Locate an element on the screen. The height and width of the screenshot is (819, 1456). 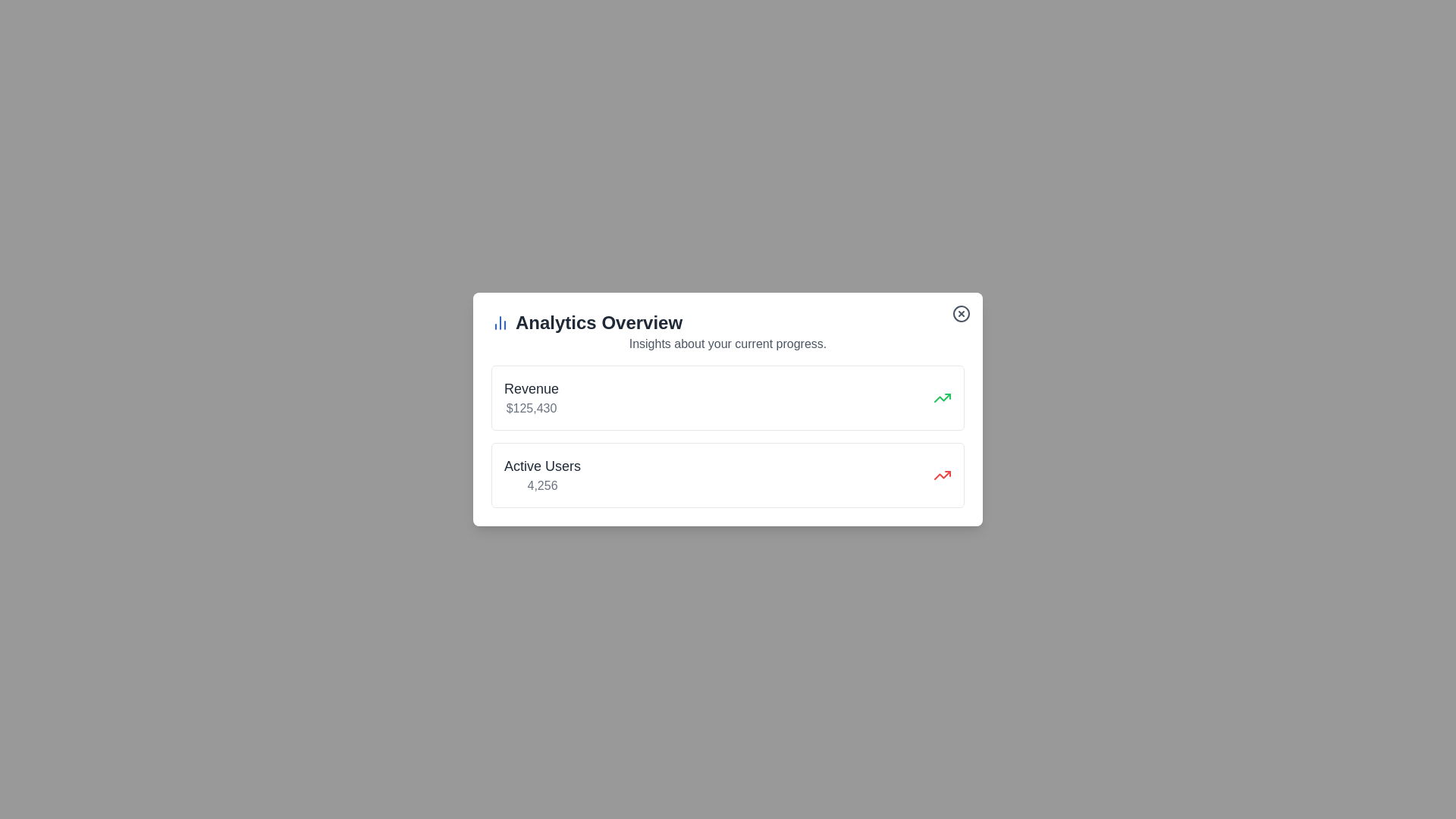
the financial information card displaying revenue details, located in the 'Analytics Overview' layout, positioned above the 'Active Users' card is located at coordinates (728, 397).